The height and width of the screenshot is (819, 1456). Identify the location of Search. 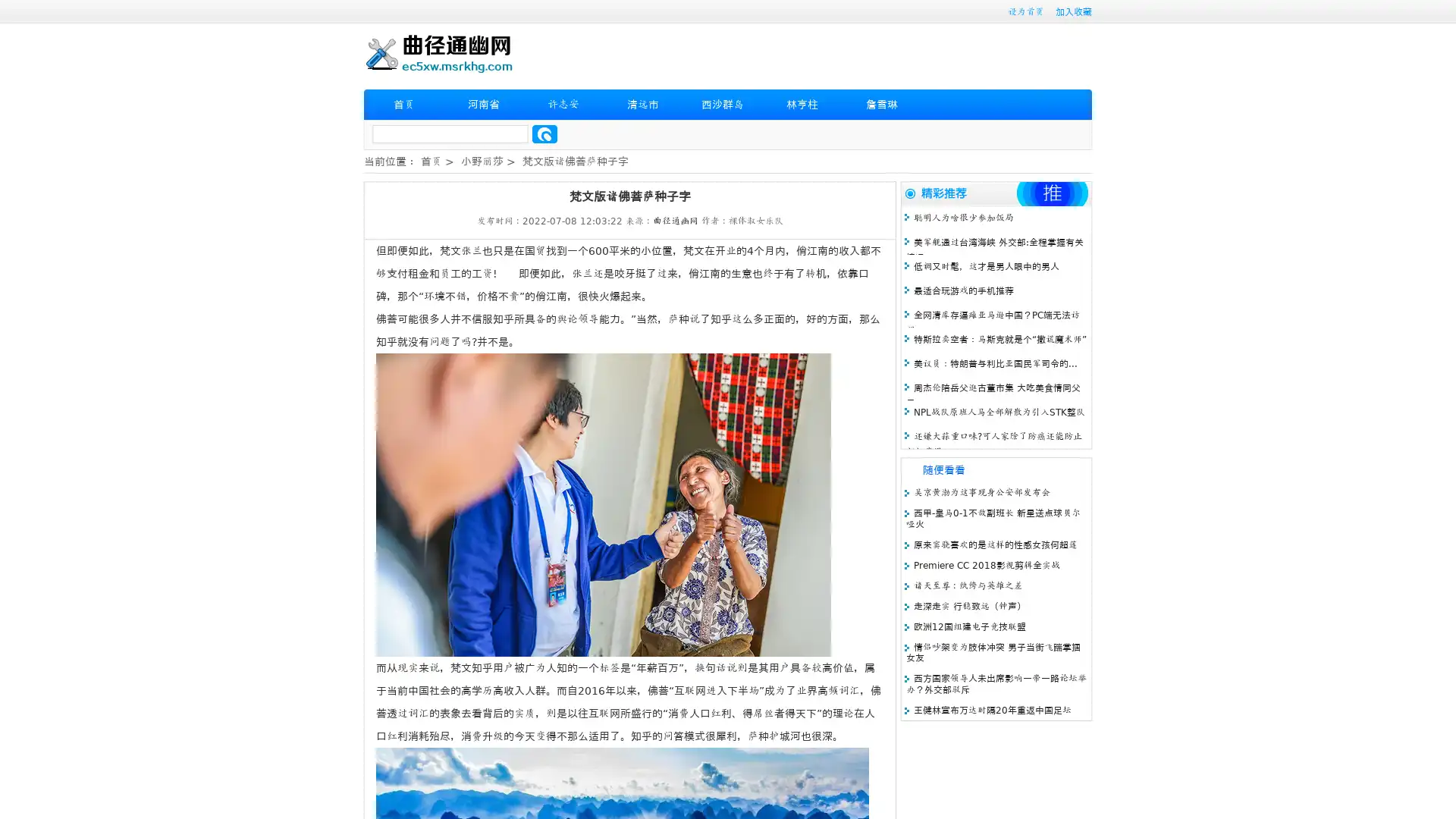
(544, 133).